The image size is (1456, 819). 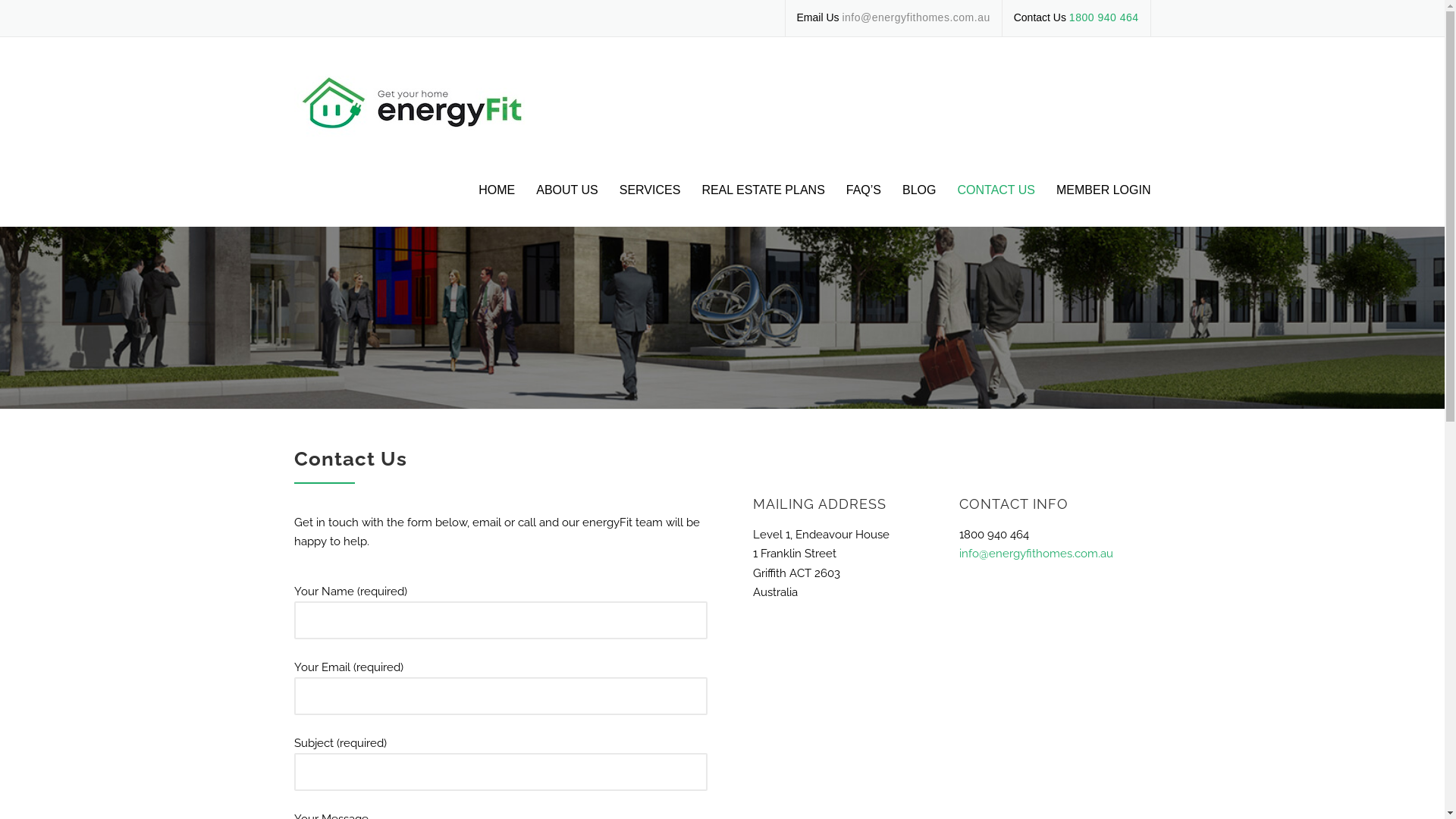 I want to click on 'REAL ESTATE PLANS', so click(x=763, y=202).